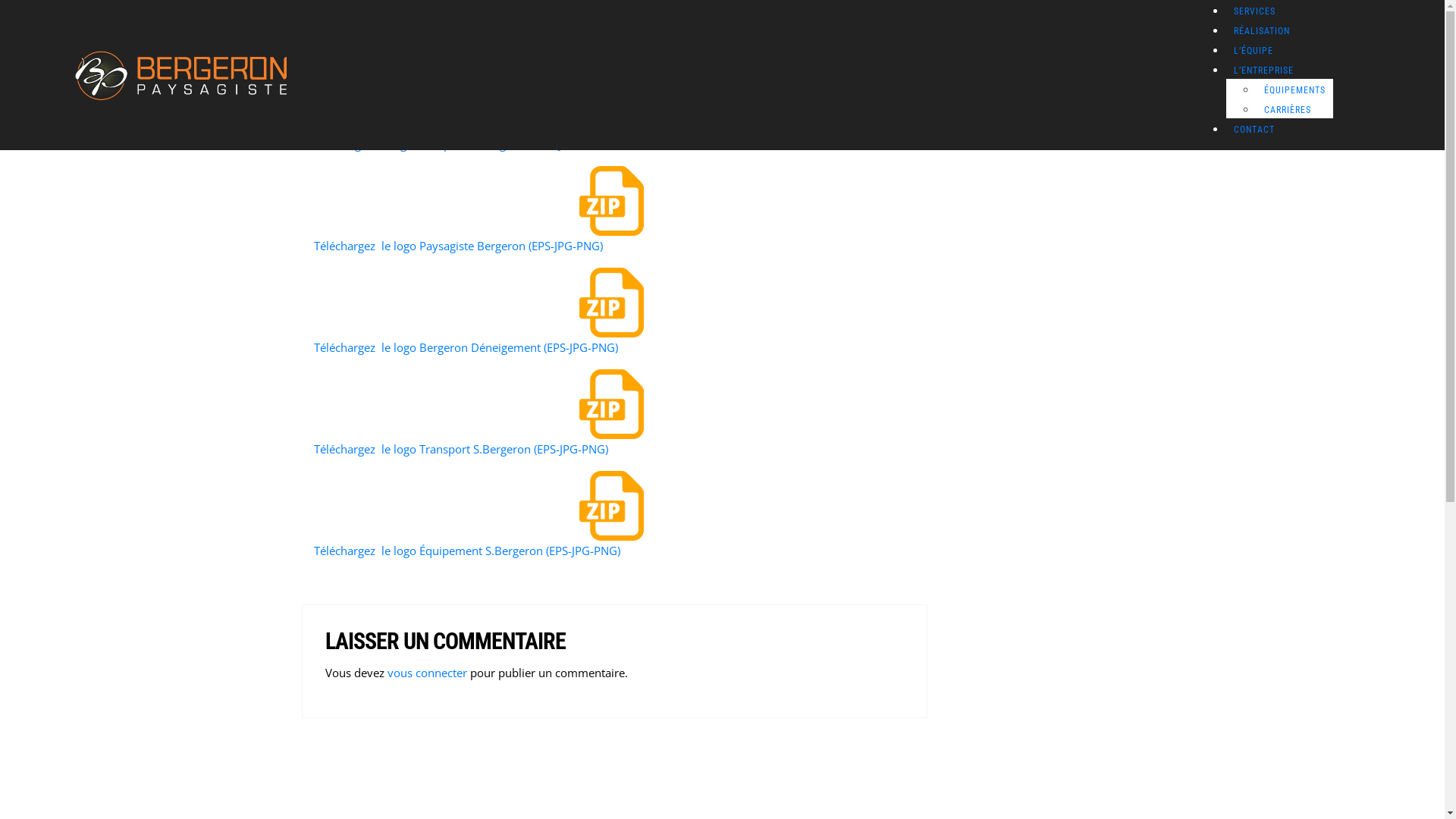 The image size is (1456, 819). What do you see at coordinates (425, 672) in the screenshot?
I see `'vous connecter'` at bounding box center [425, 672].